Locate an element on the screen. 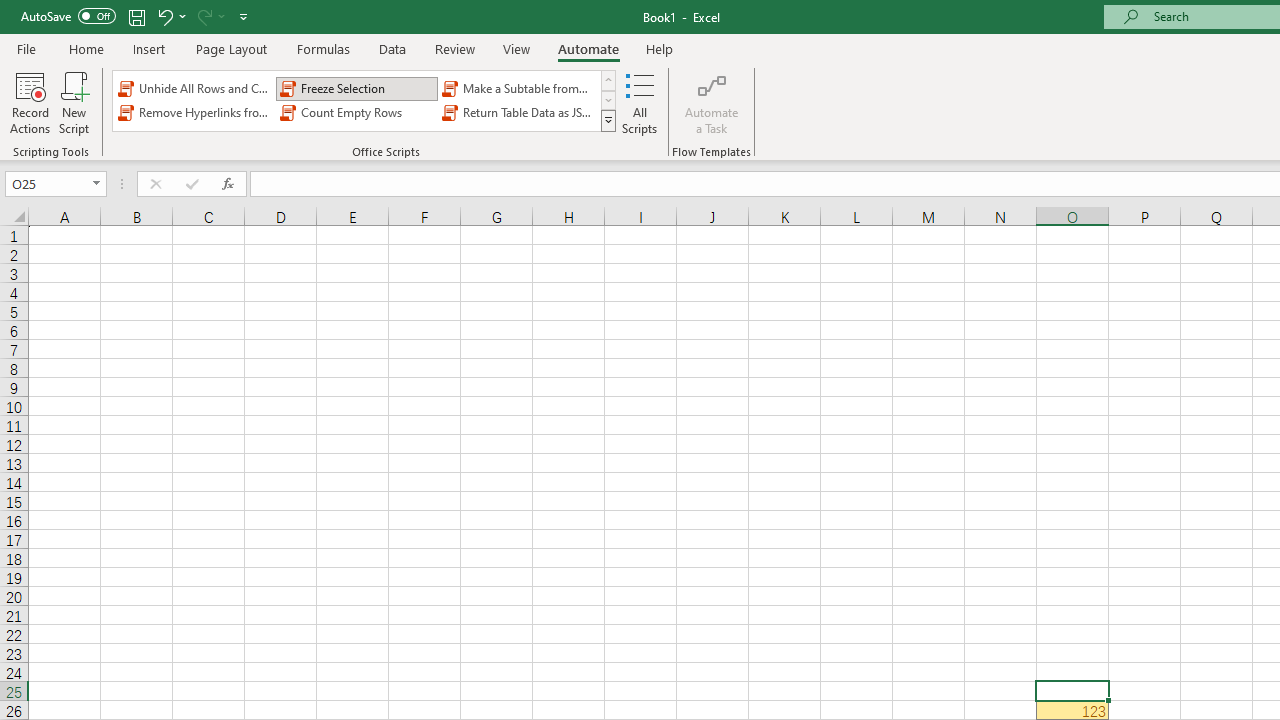  'Record Actions' is located at coordinates (30, 103).